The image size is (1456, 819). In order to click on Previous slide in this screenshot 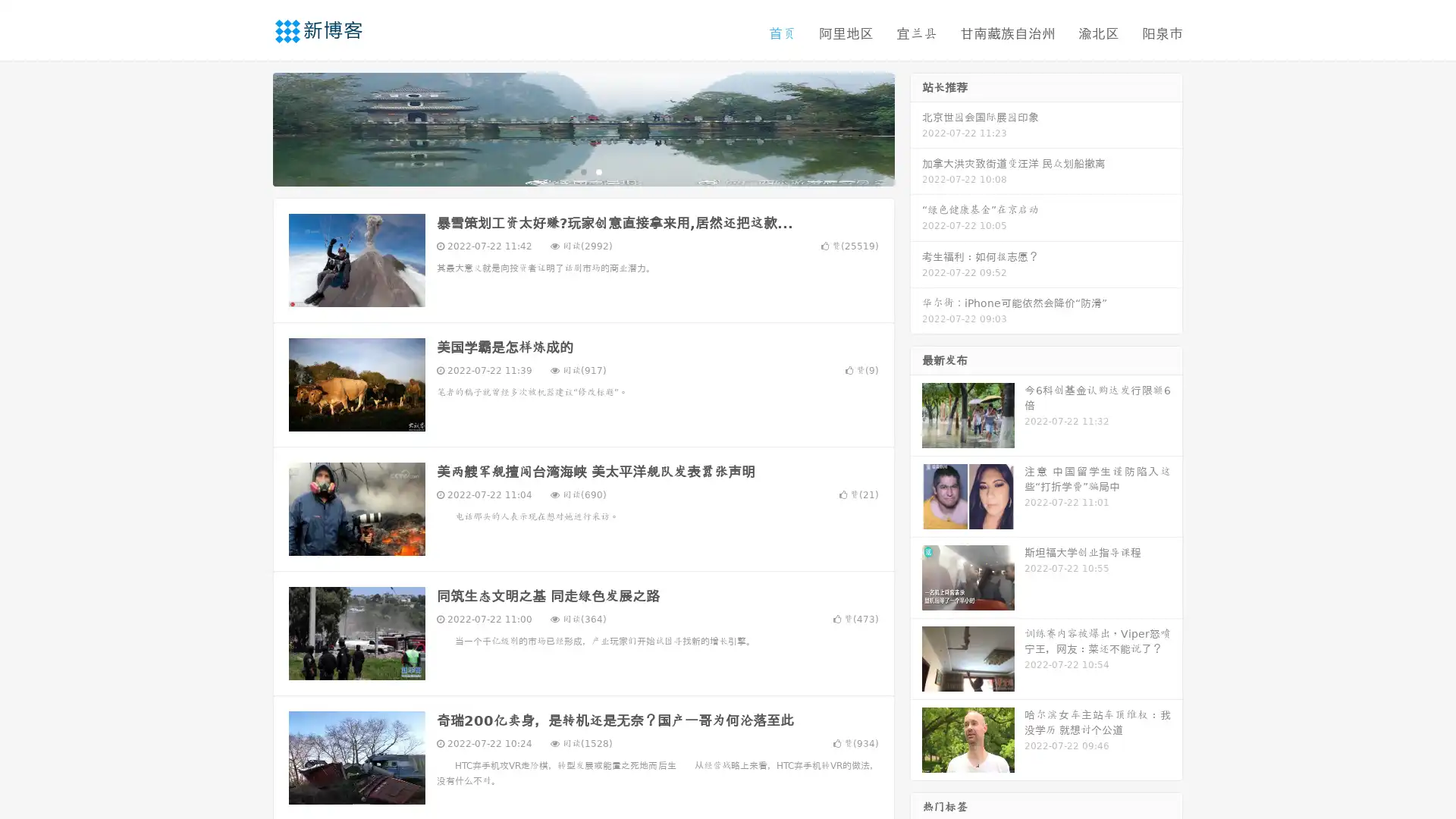, I will do `click(250, 127)`.